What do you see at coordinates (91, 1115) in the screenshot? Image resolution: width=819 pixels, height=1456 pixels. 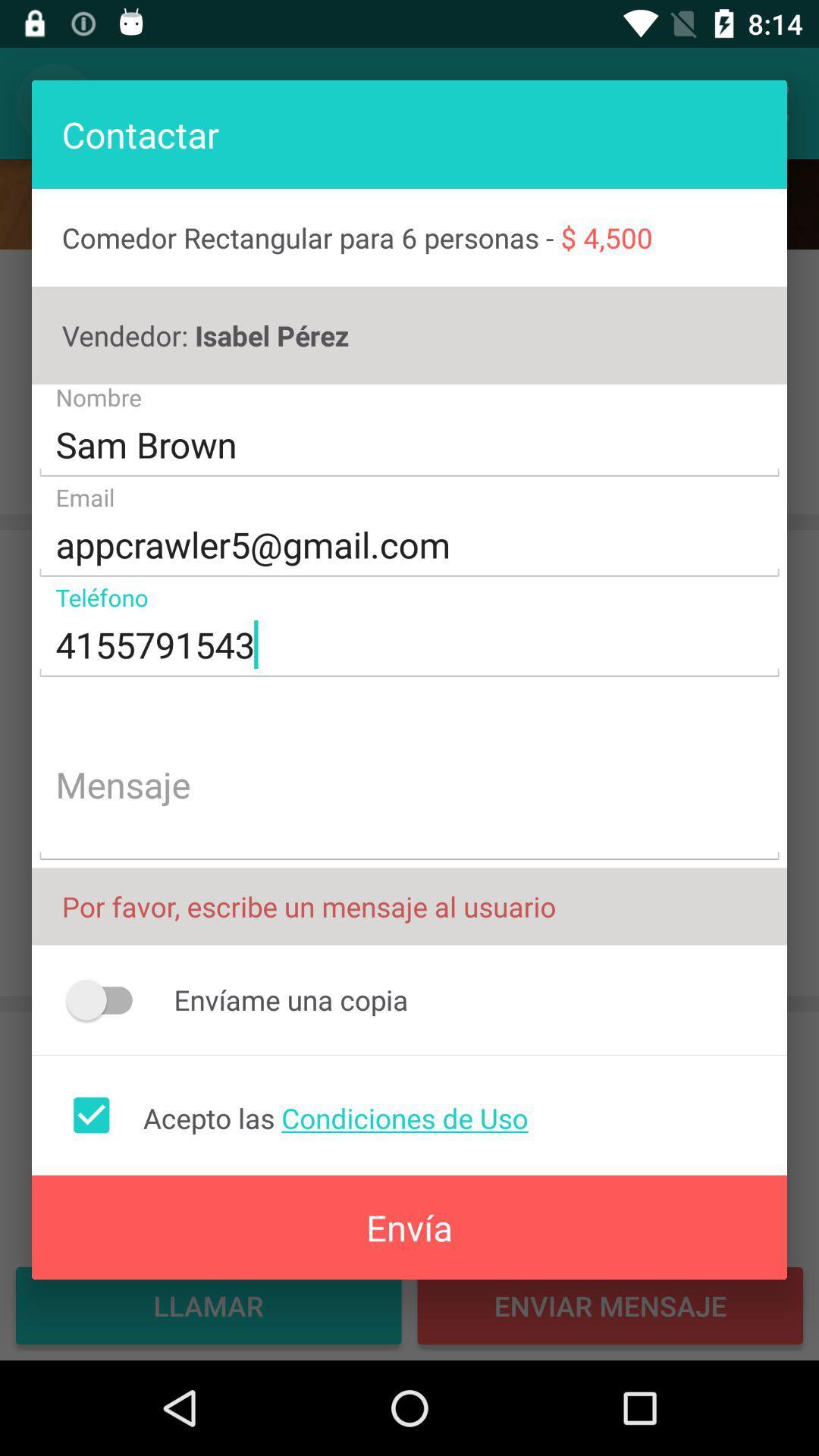 I see `item to the left of the acepto las condiciones` at bounding box center [91, 1115].